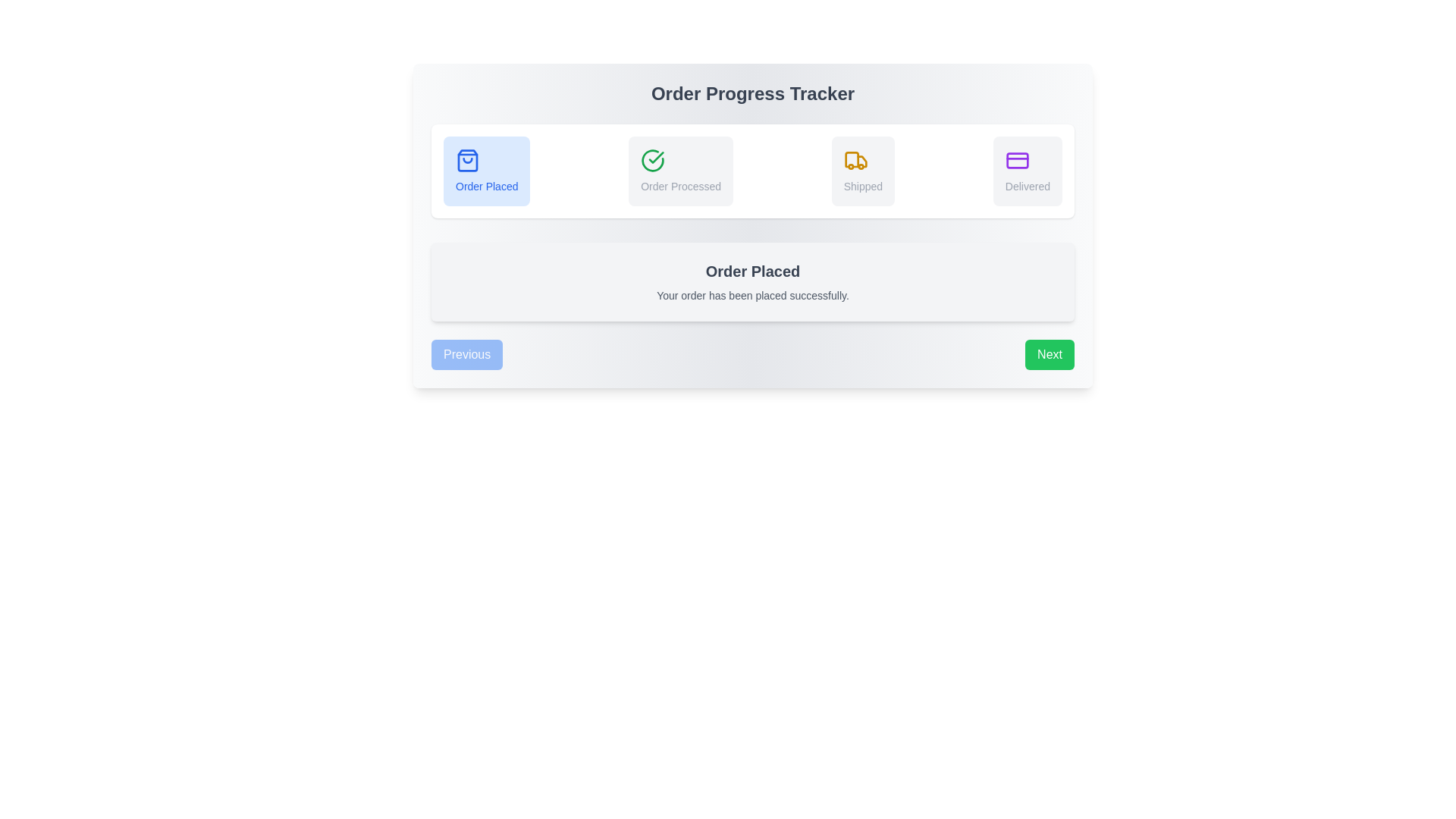  Describe the element at coordinates (1017, 161) in the screenshot. I see `the rectangular graphical element within the credit card icon, which is the fourth in a series of four progress indicators at the top of the display` at that location.